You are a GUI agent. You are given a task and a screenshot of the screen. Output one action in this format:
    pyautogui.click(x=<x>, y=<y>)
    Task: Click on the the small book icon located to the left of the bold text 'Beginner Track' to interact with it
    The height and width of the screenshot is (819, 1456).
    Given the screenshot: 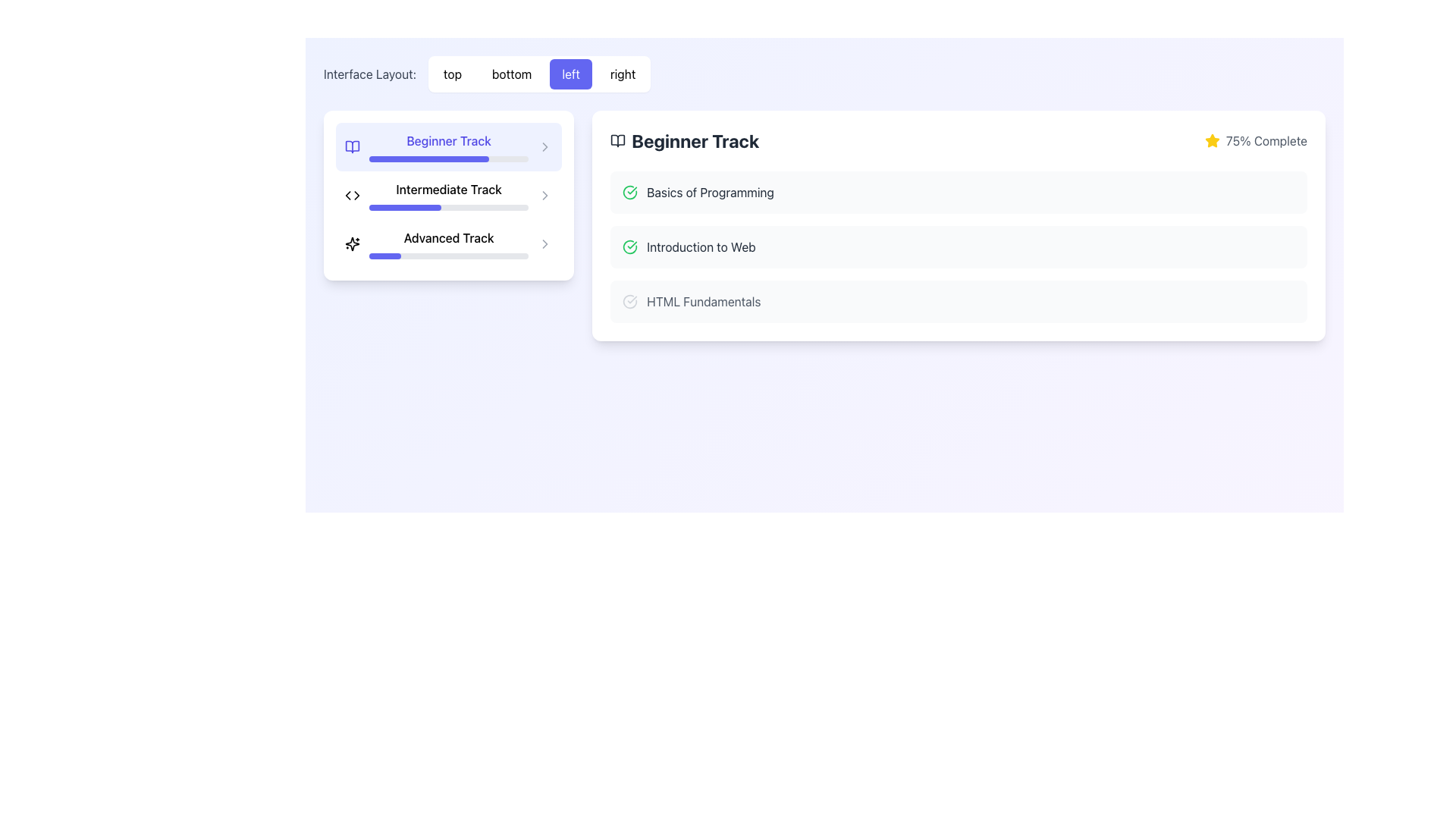 What is the action you would take?
    pyautogui.click(x=352, y=146)
    